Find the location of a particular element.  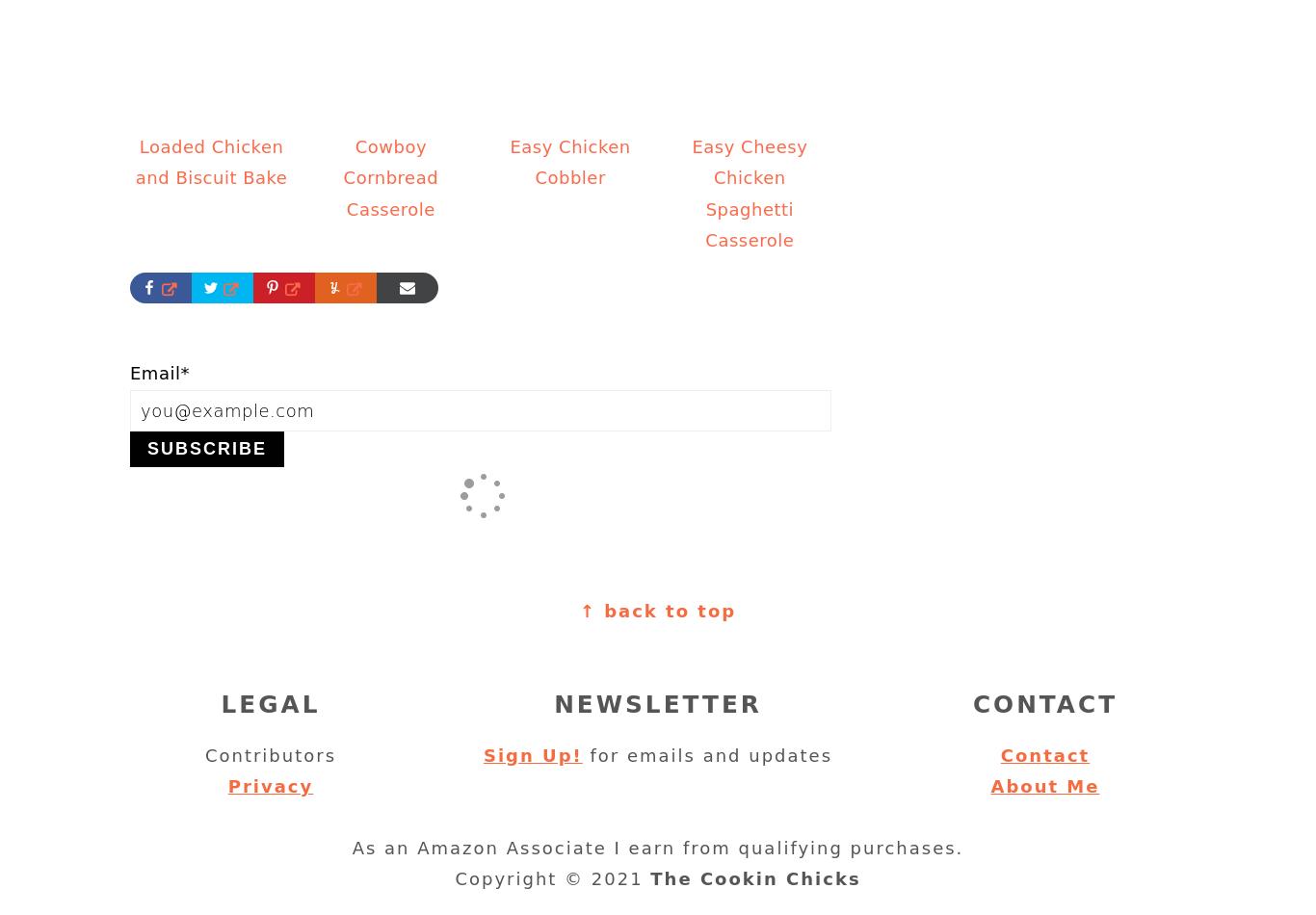

'The Cookin Chicks' is located at coordinates (754, 877).